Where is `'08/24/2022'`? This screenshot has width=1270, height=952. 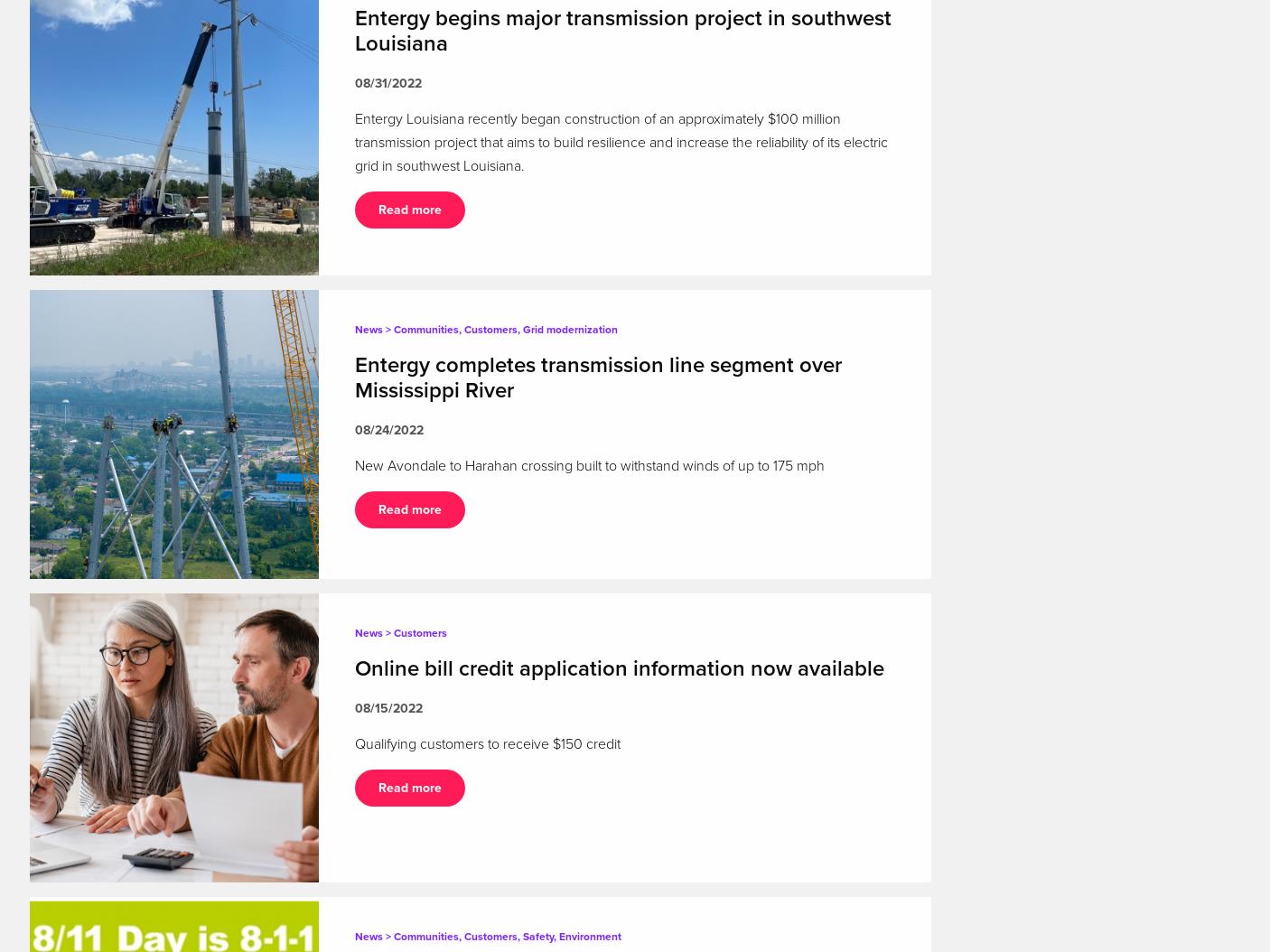 '08/24/2022' is located at coordinates (388, 428).